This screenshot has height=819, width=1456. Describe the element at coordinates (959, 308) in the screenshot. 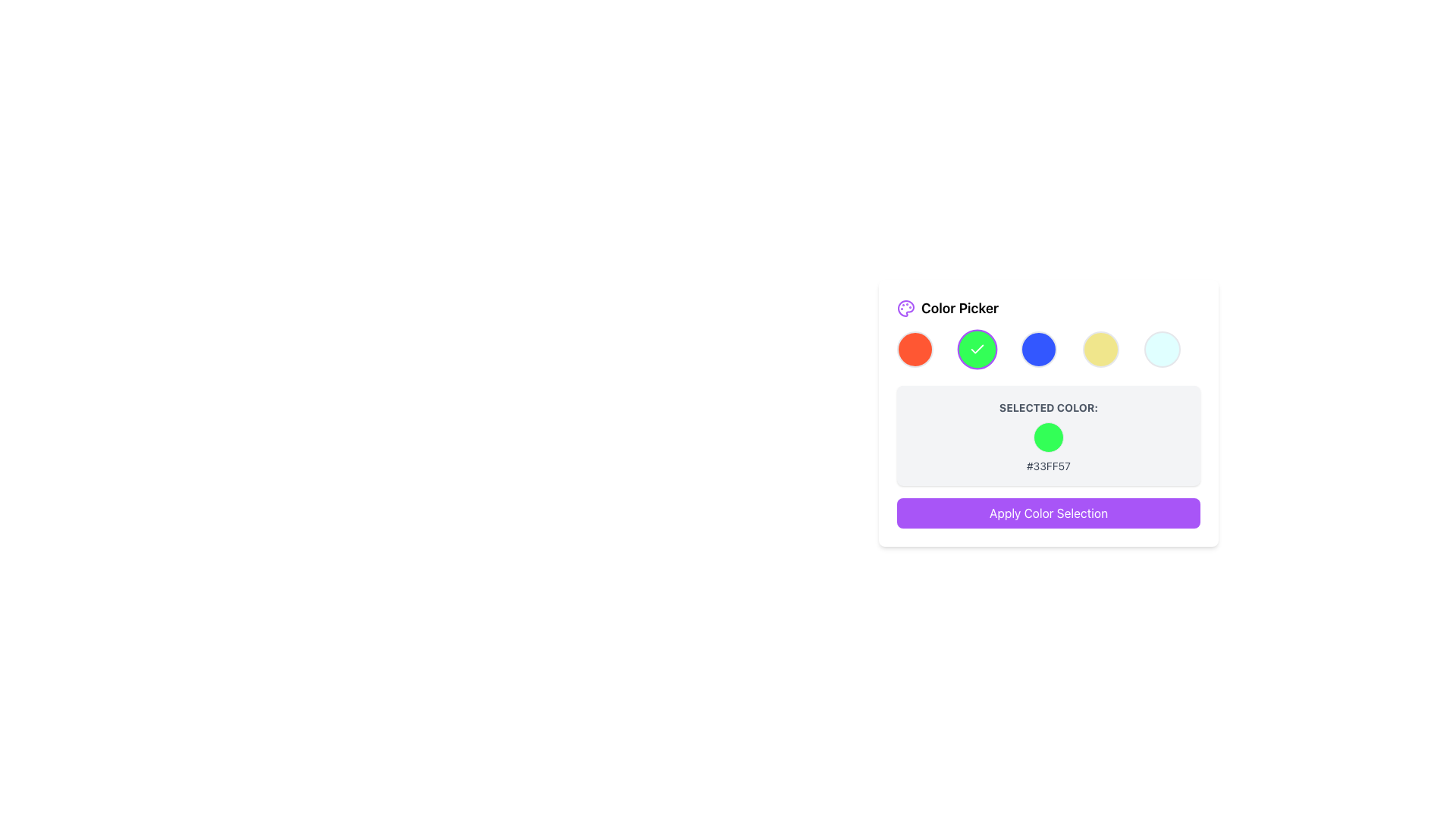

I see `the non-interactive text label that serves as a title for the color selection feature, located to the right of the purple palette icon in the top-left section of the interface` at that location.